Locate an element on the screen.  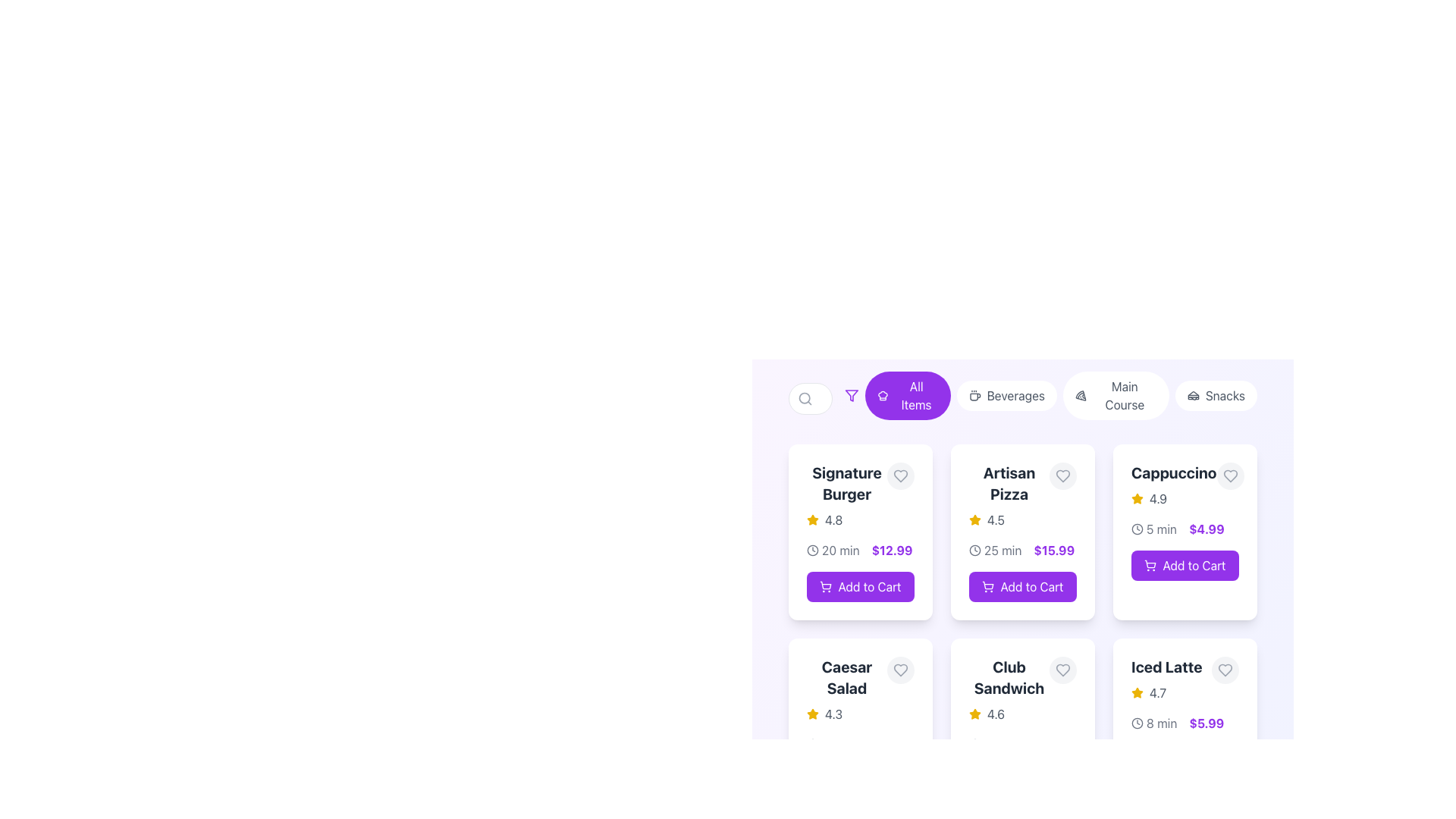
the 'Main Course' button in the horizontal toolbar to filter content and display items categorized under 'Main Course' is located at coordinates (1116, 394).